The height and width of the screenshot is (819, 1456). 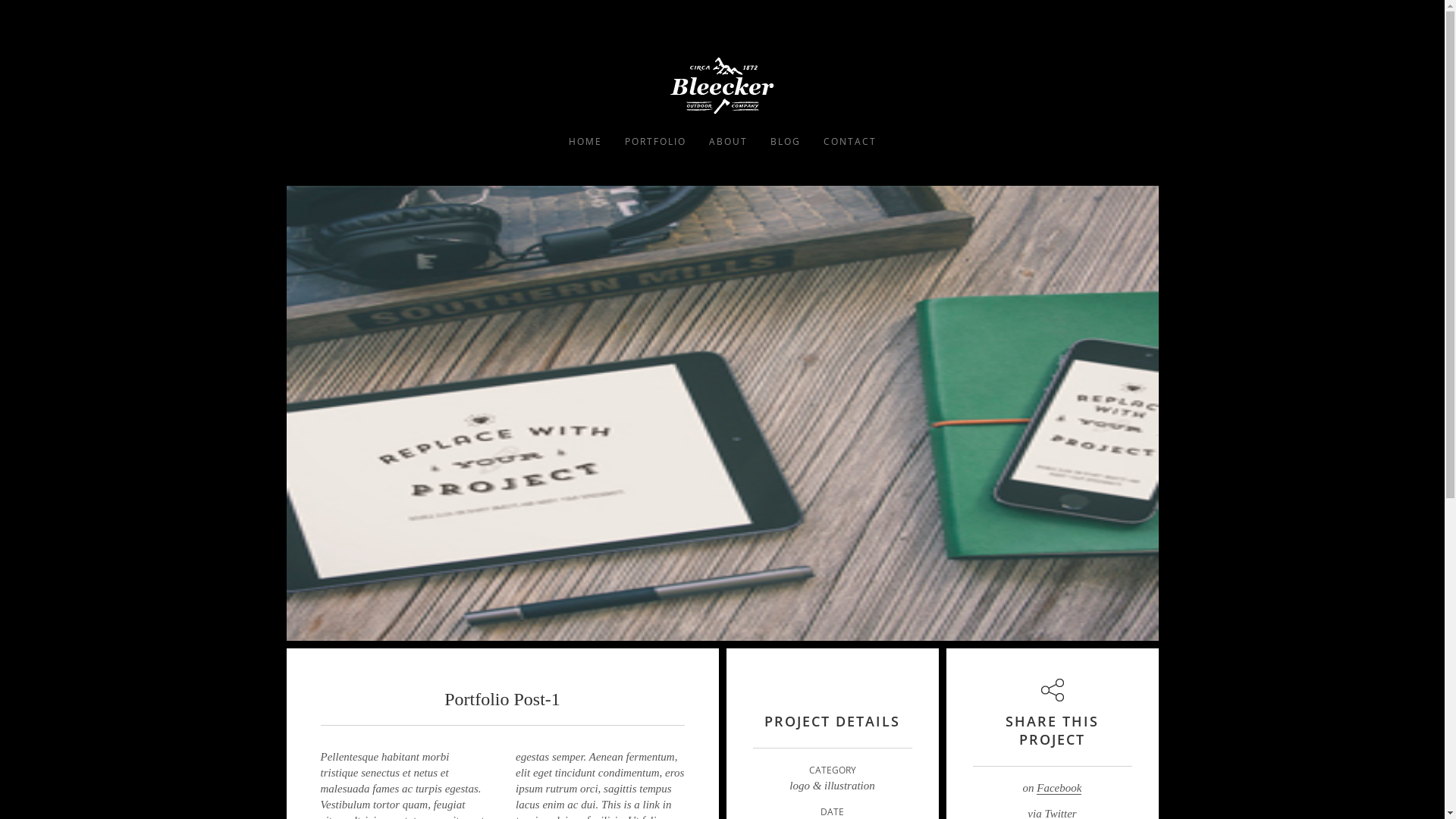 I want to click on 'PORTFOLIO', so click(x=654, y=141).